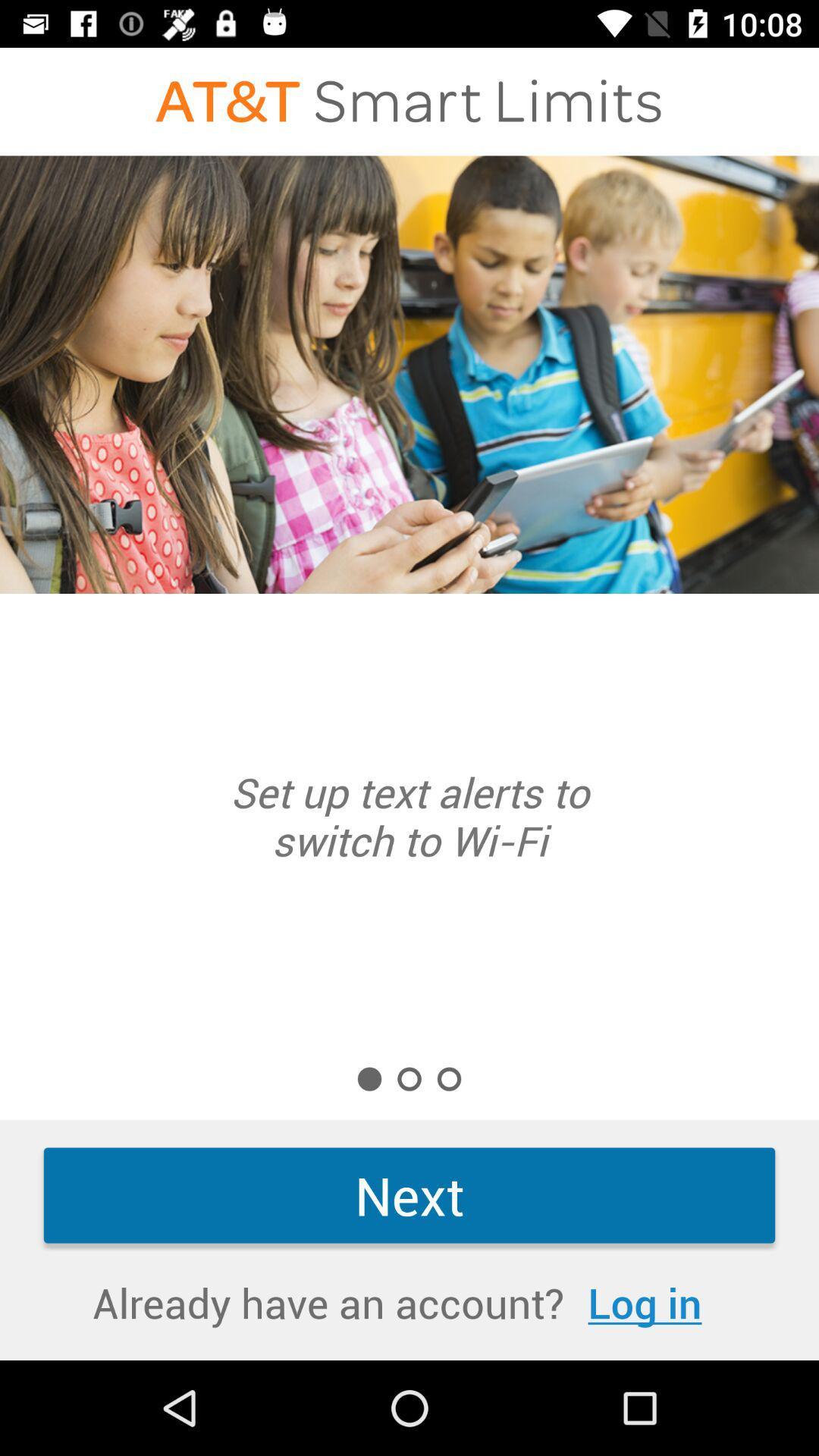  I want to click on the icon at the bottom right corner, so click(645, 1301).